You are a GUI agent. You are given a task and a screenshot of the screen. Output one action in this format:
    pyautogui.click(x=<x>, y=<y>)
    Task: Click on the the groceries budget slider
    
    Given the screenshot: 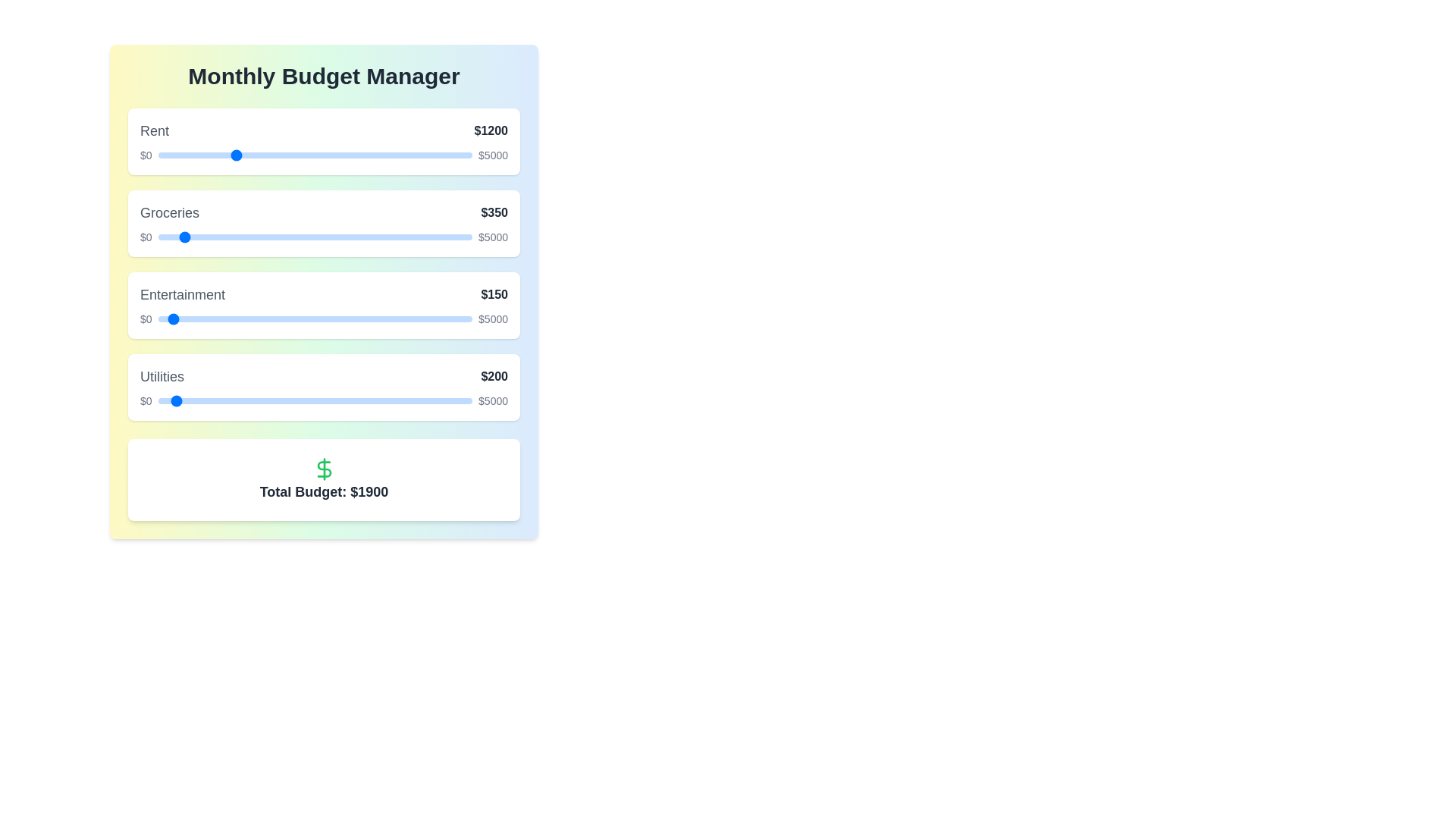 What is the action you would take?
    pyautogui.click(x=439, y=237)
    